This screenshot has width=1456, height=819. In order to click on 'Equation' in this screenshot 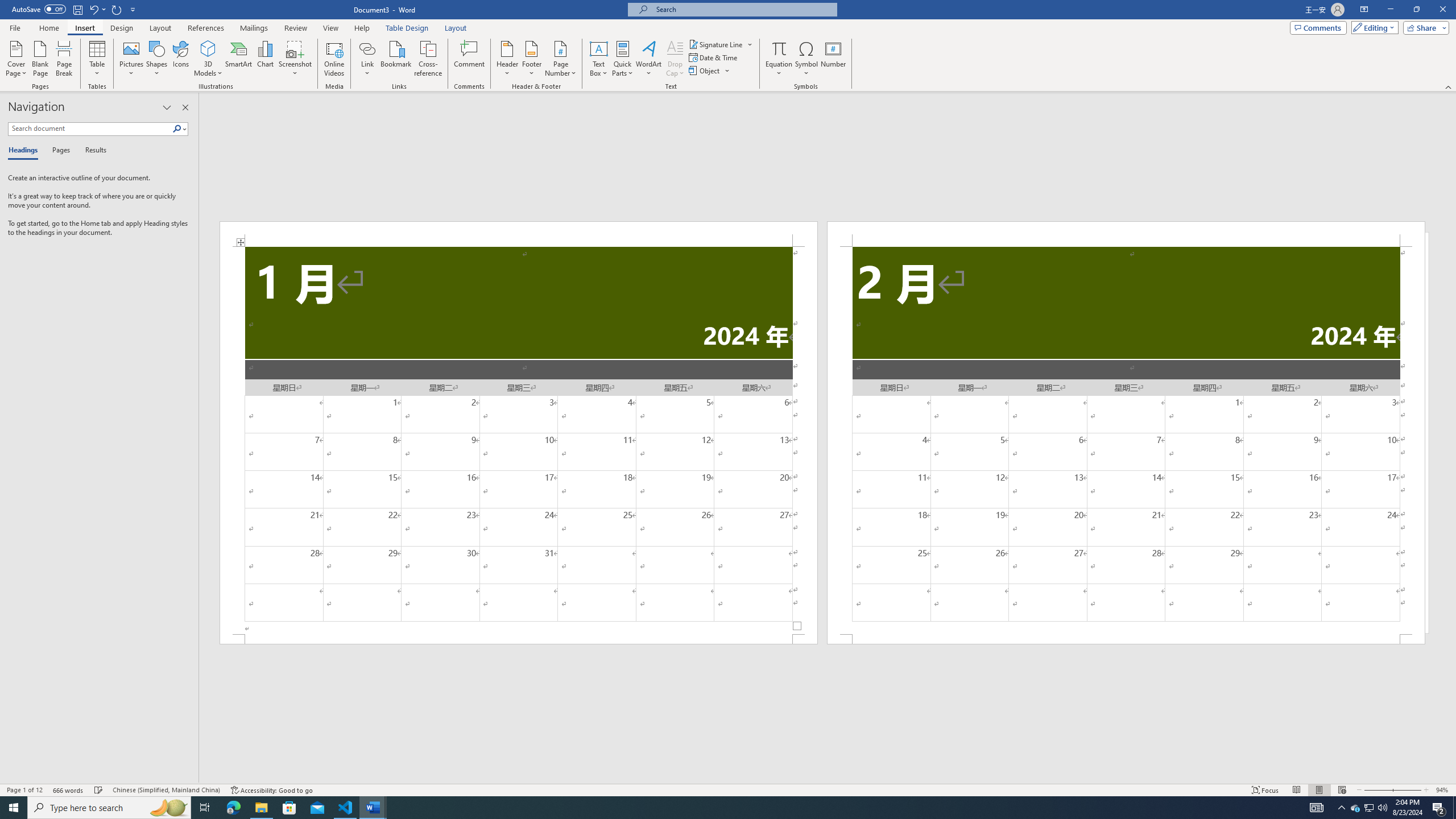, I will do `click(779, 59)`.